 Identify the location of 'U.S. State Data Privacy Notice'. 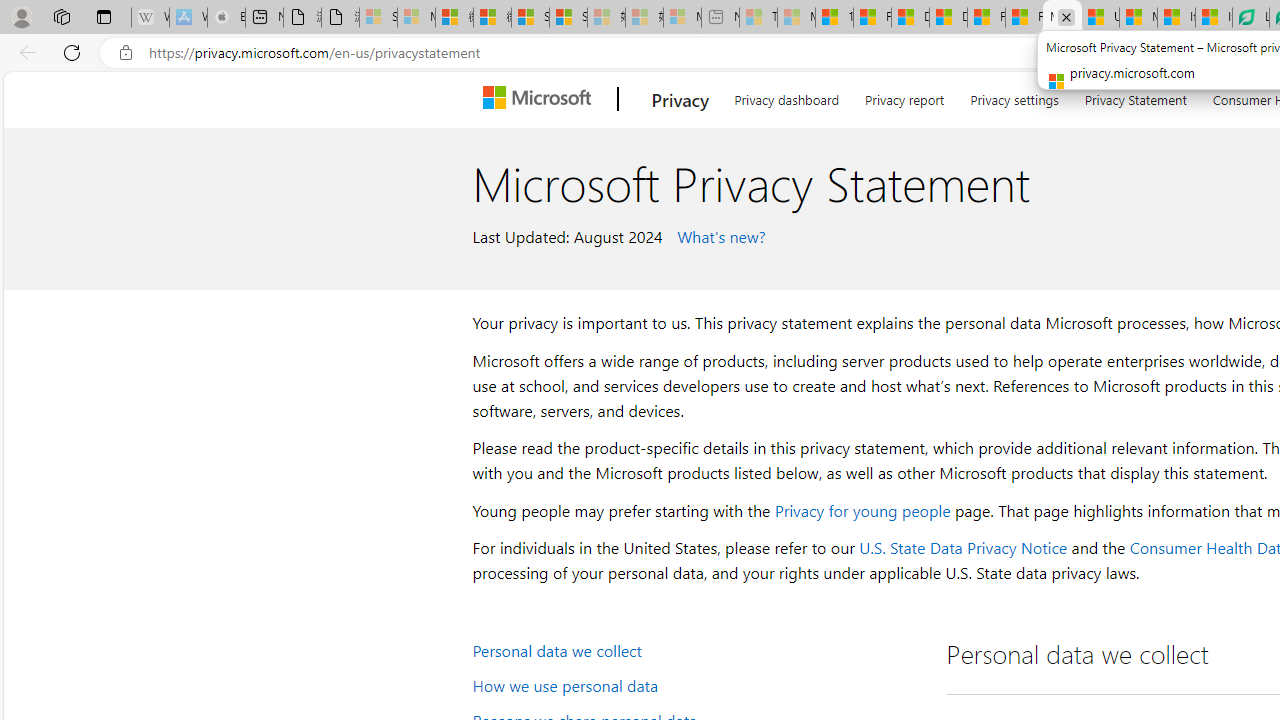
(963, 547).